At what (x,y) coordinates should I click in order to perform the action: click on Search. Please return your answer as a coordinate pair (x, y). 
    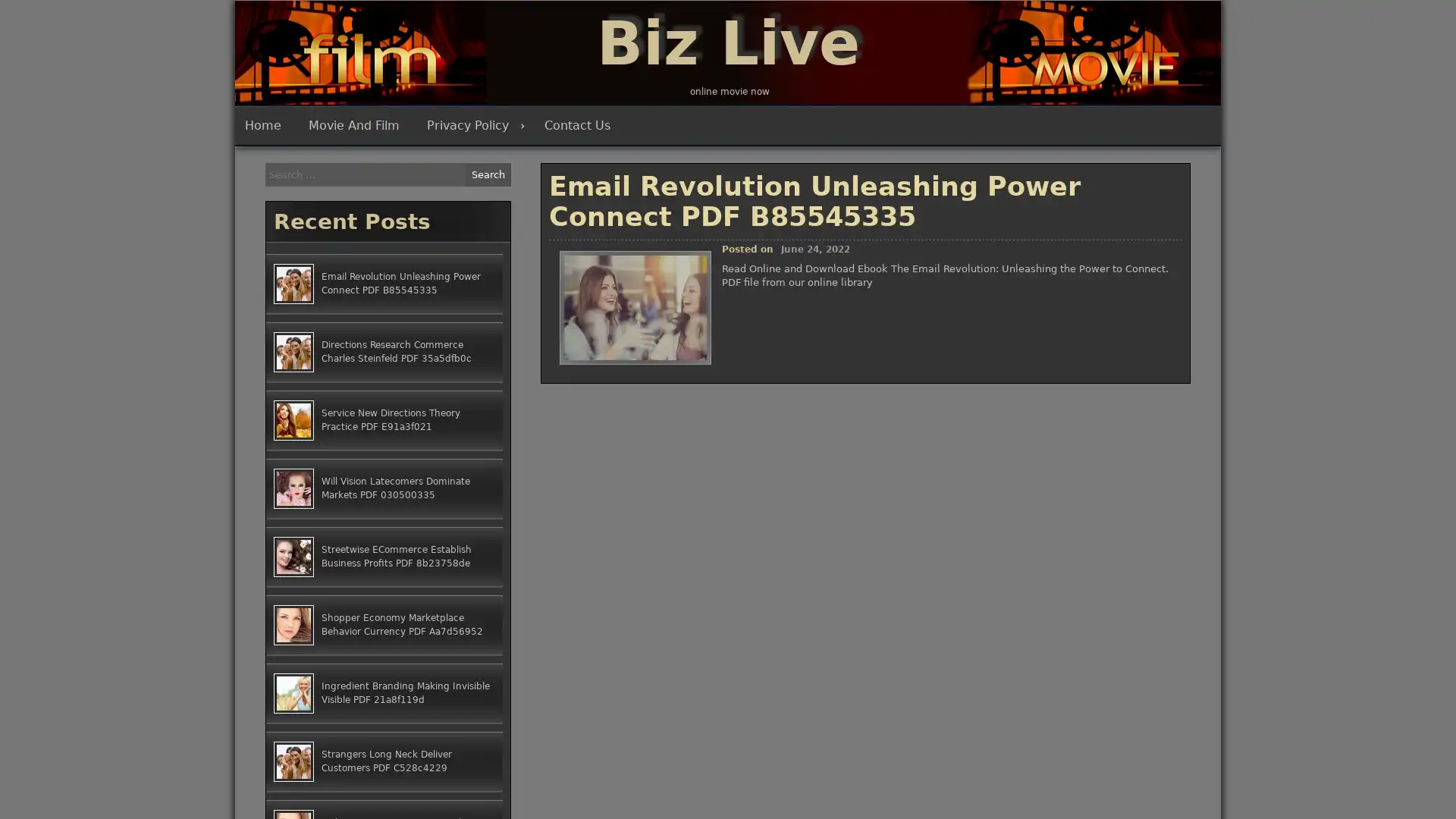
    Looking at the image, I should click on (488, 174).